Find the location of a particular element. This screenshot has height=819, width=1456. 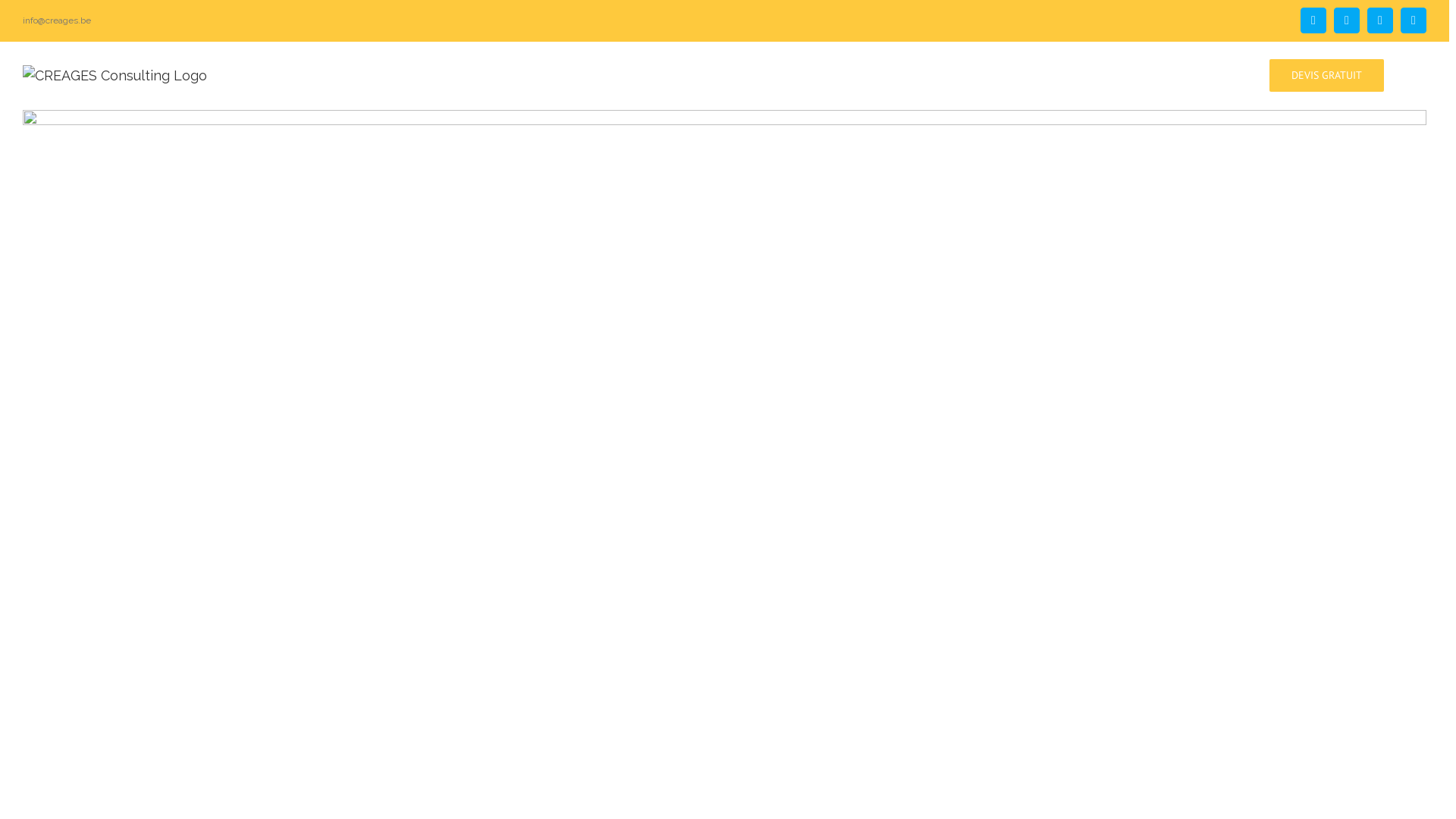

'COACHING' is located at coordinates (976, 74).